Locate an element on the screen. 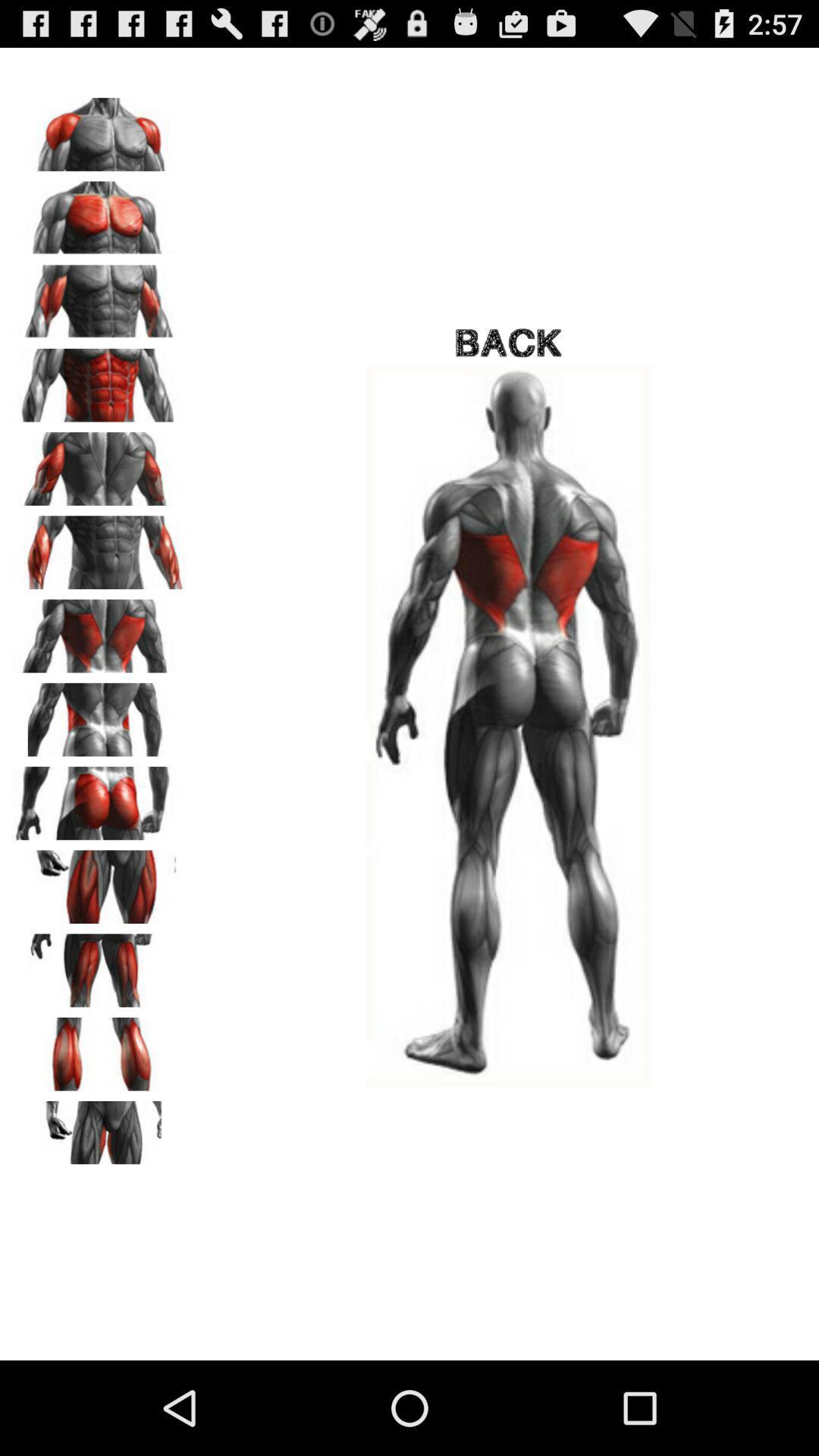 The height and width of the screenshot is (1456, 819). the pause icon is located at coordinates (99, 1122).